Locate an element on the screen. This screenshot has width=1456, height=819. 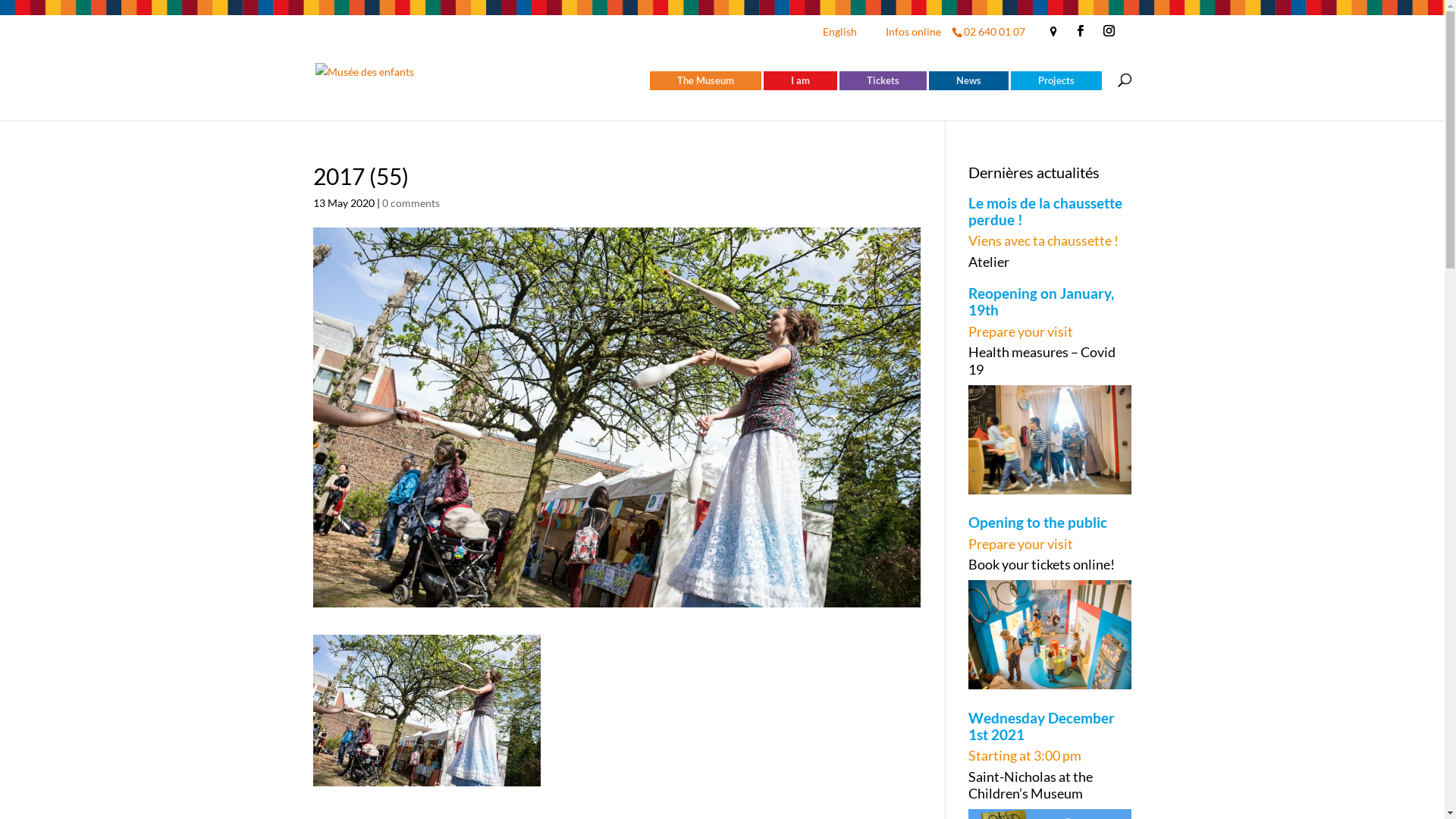
'0 comments' is located at coordinates (411, 201).